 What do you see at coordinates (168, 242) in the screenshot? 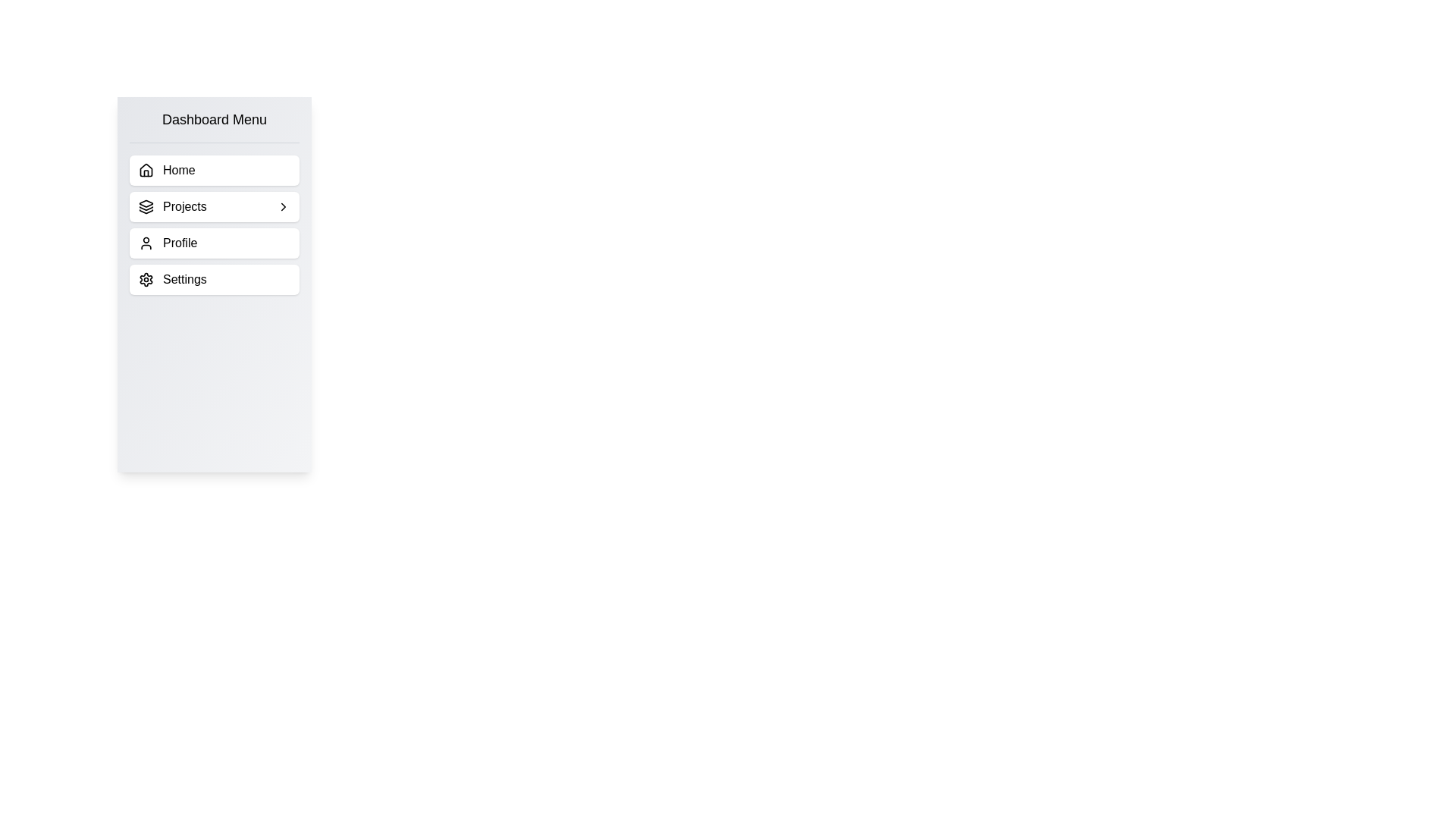
I see `the 'Profile' navigation menu item, which displays the text 'Profile' next to a user icon` at bounding box center [168, 242].